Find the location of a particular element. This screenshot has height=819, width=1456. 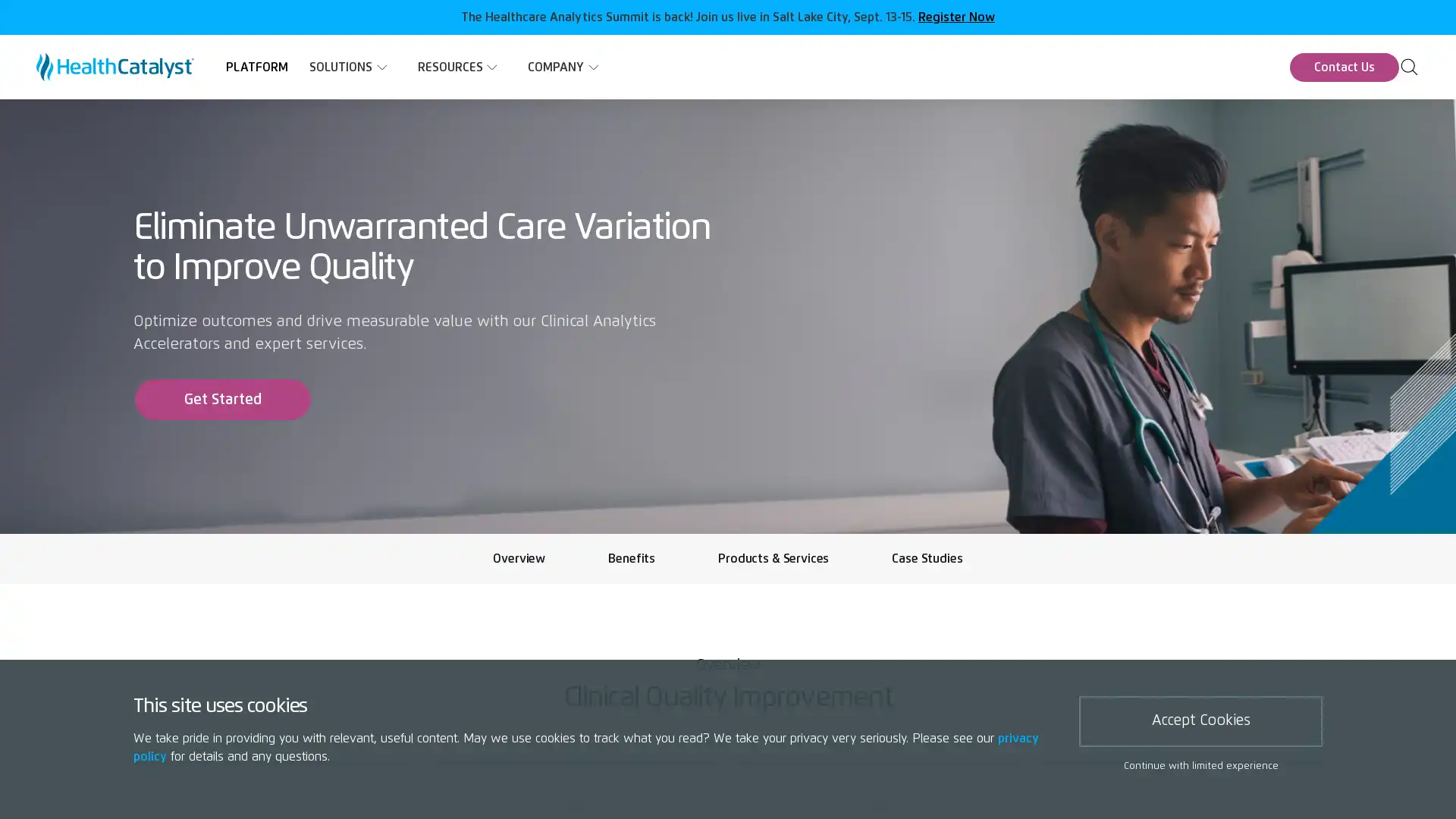

Continue with limited experience is located at coordinates (1200, 765).